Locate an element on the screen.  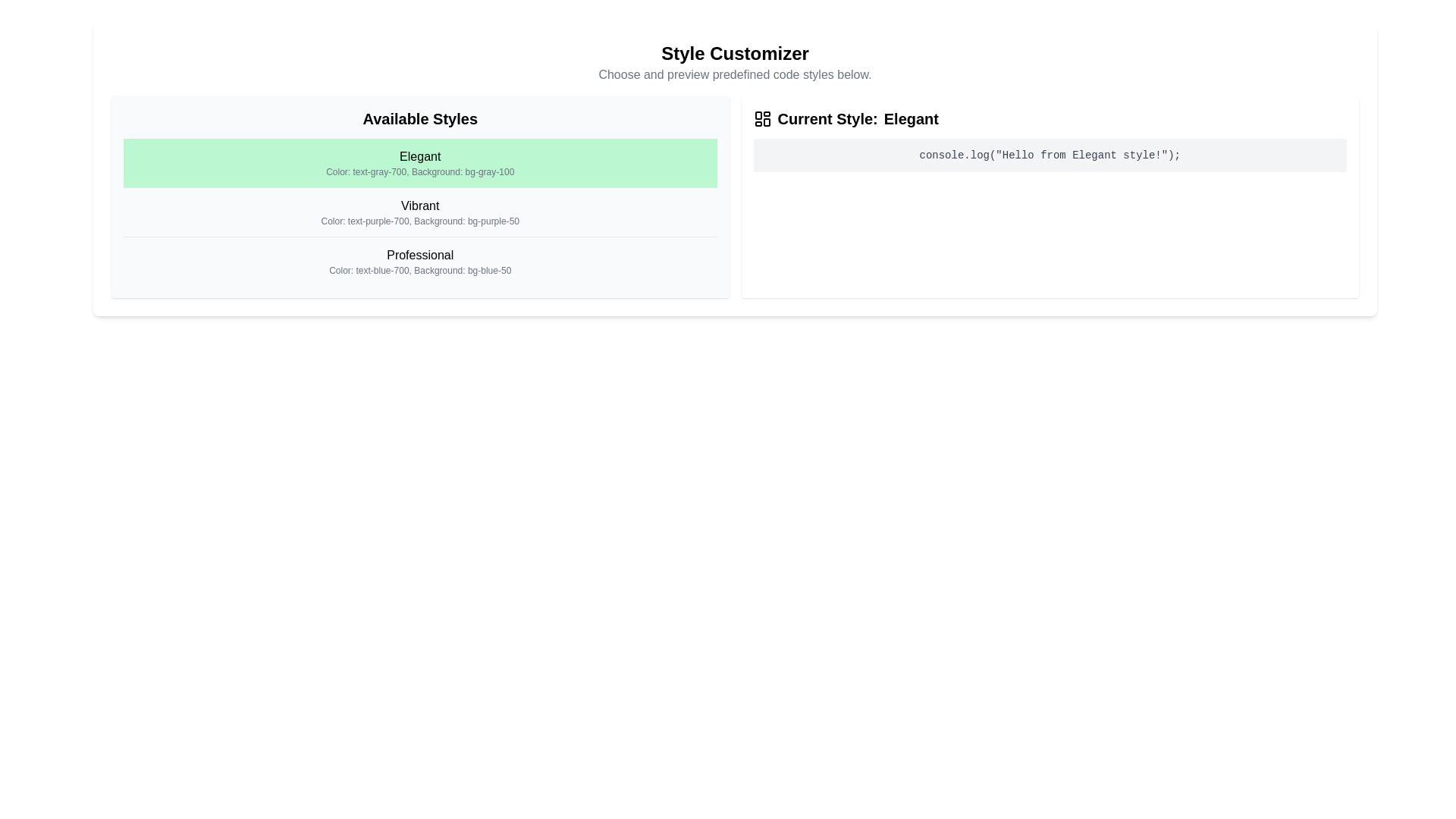
to select the 'Vibrant' style from the selectable list item under the 'Available Styles' section is located at coordinates (420, 212).